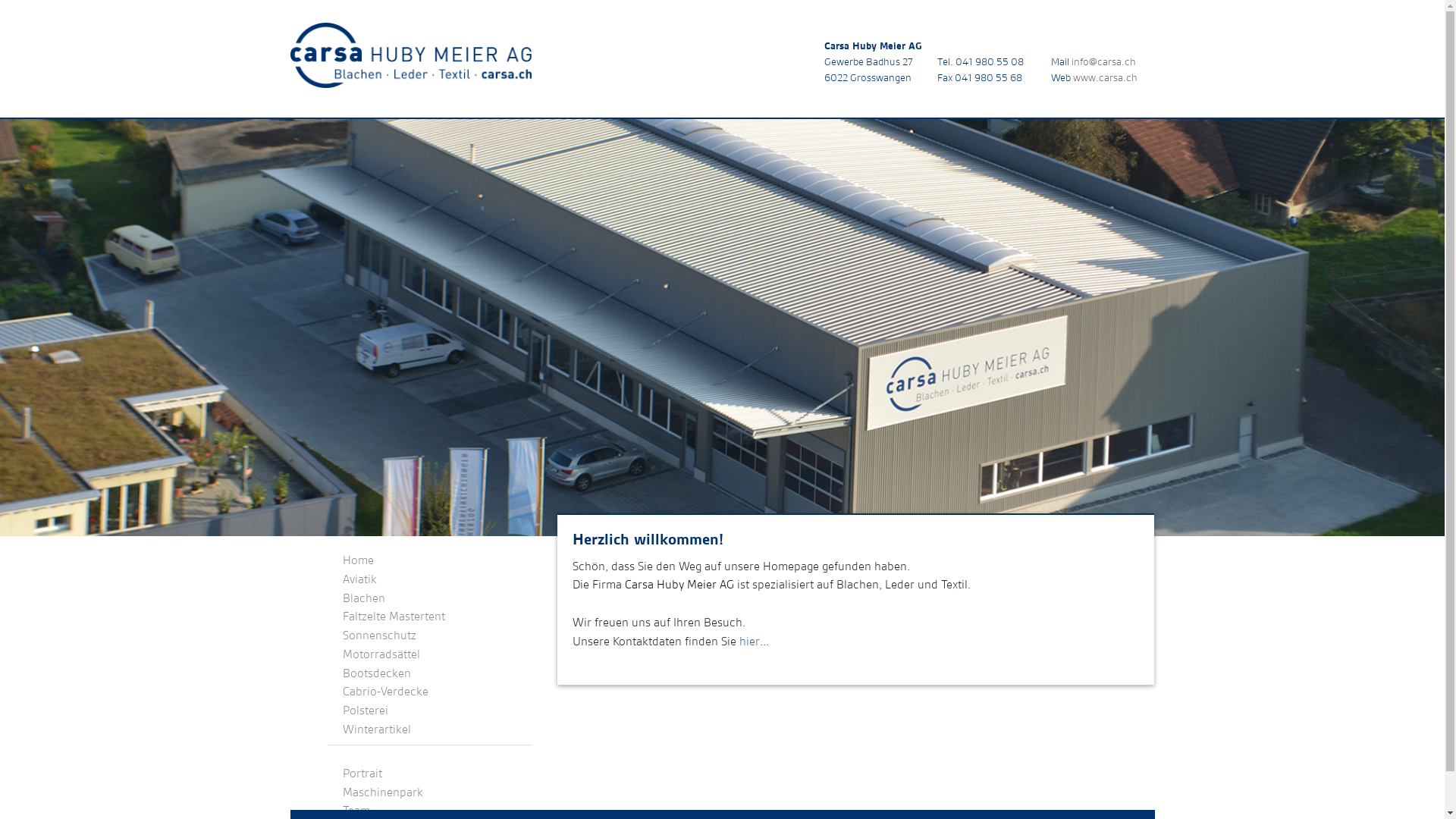  I want to click on 'Polsterei', so click(365, 710).